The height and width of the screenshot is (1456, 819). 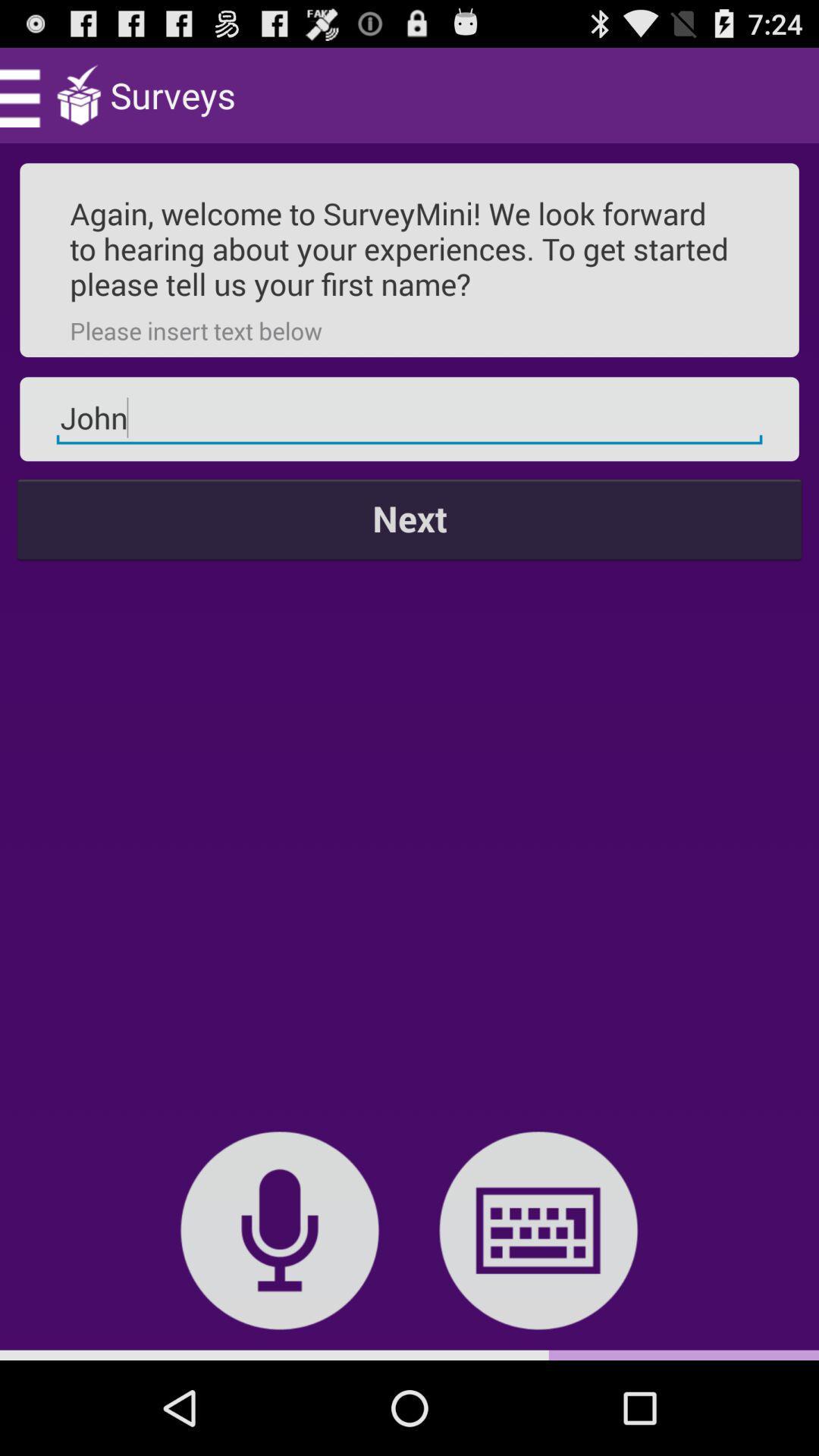 What do you see at coordinates (538, 1230) in the screenshot?
I see `the item below the next` at bounding box center [538, 1230].